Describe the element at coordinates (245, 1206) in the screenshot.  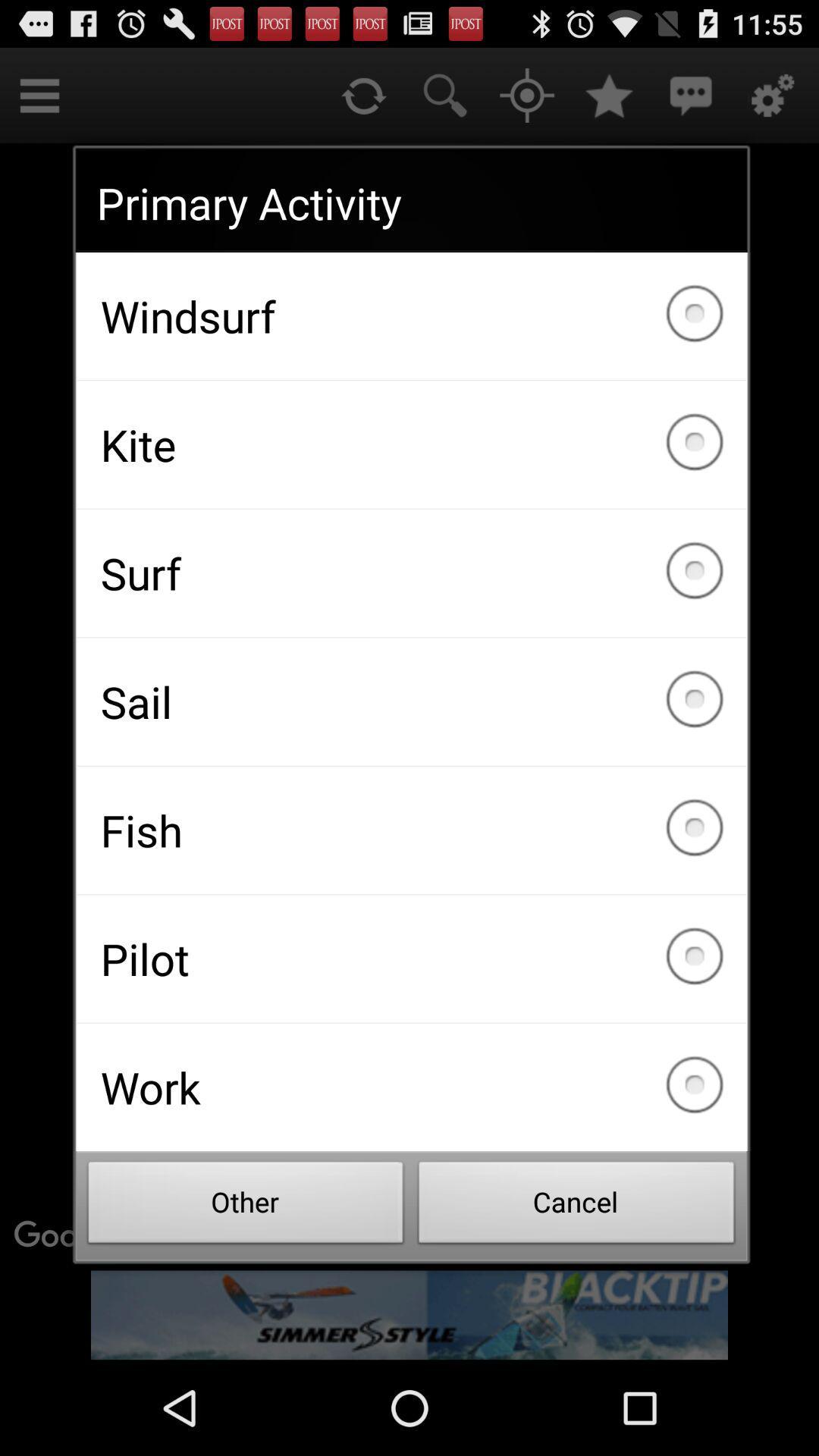
I see `the item at the bottom left corner` at that location.